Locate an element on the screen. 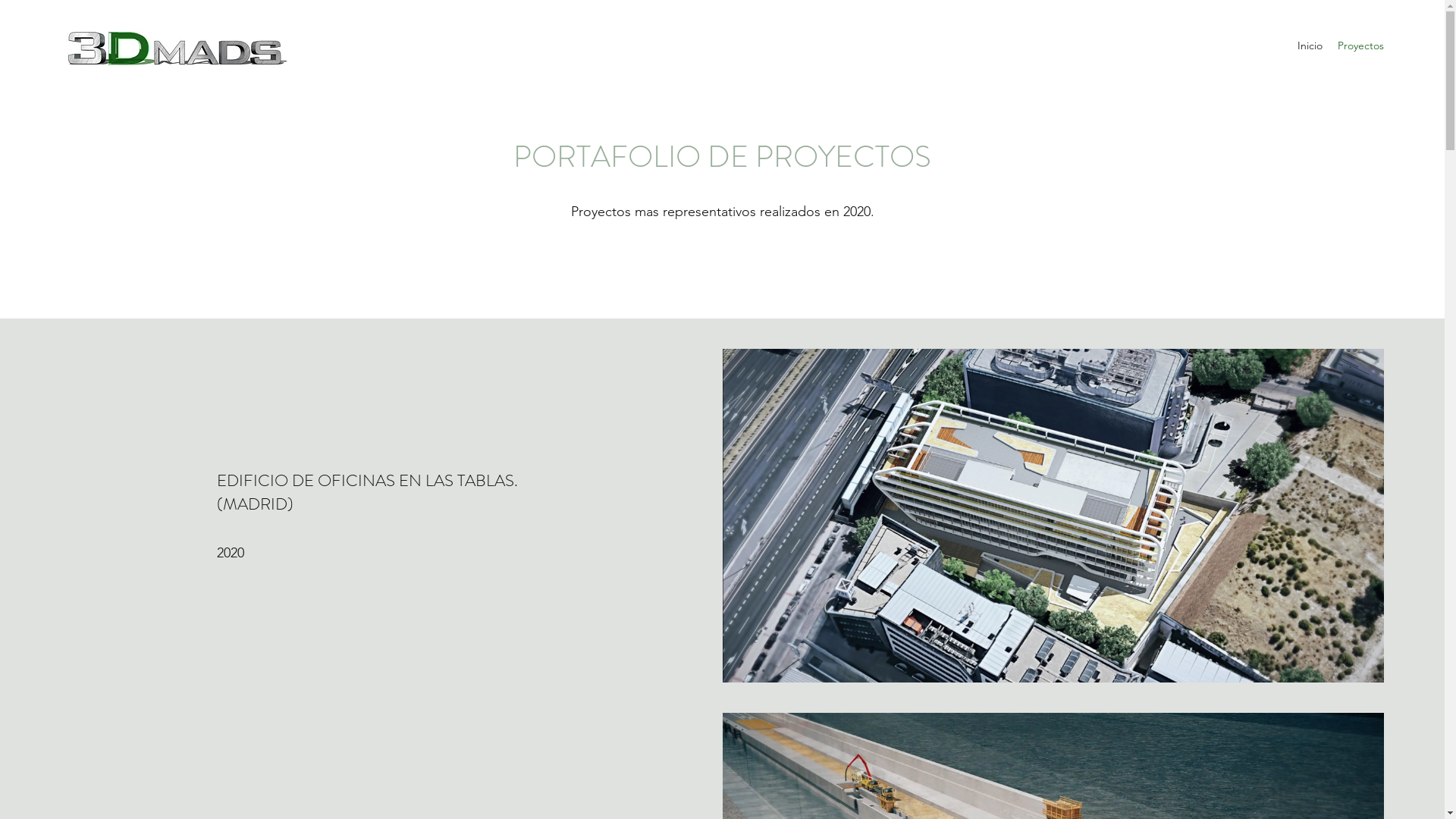 The image size is (1456, 819). 'Inicio' is located at coordinates (1309, 45).